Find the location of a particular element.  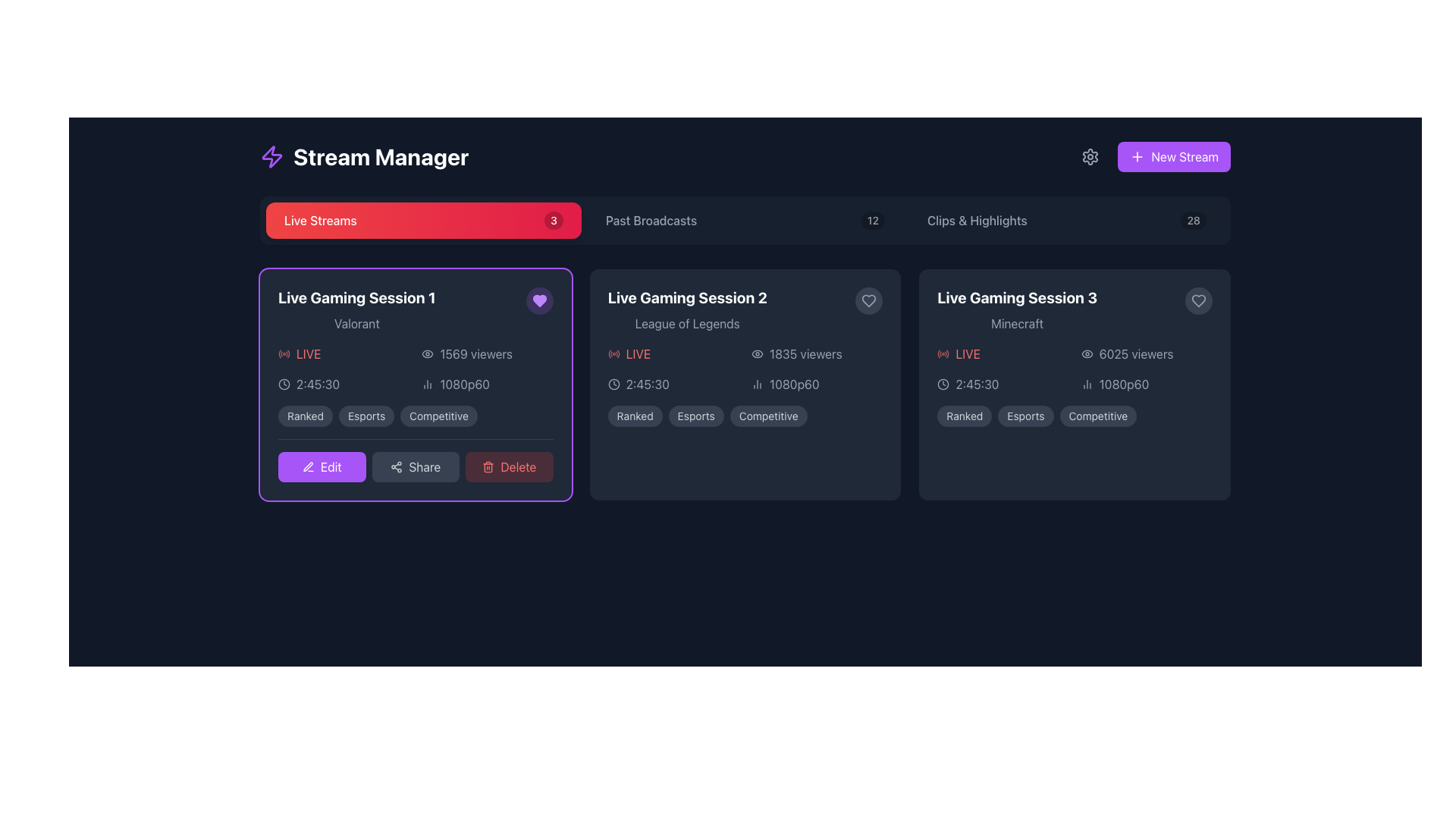

the text label indicating that the gaming session is currently live, located under the title of 'Live Gaming Session 3' in the top-left section of the card is located at coordinates (967, 353).